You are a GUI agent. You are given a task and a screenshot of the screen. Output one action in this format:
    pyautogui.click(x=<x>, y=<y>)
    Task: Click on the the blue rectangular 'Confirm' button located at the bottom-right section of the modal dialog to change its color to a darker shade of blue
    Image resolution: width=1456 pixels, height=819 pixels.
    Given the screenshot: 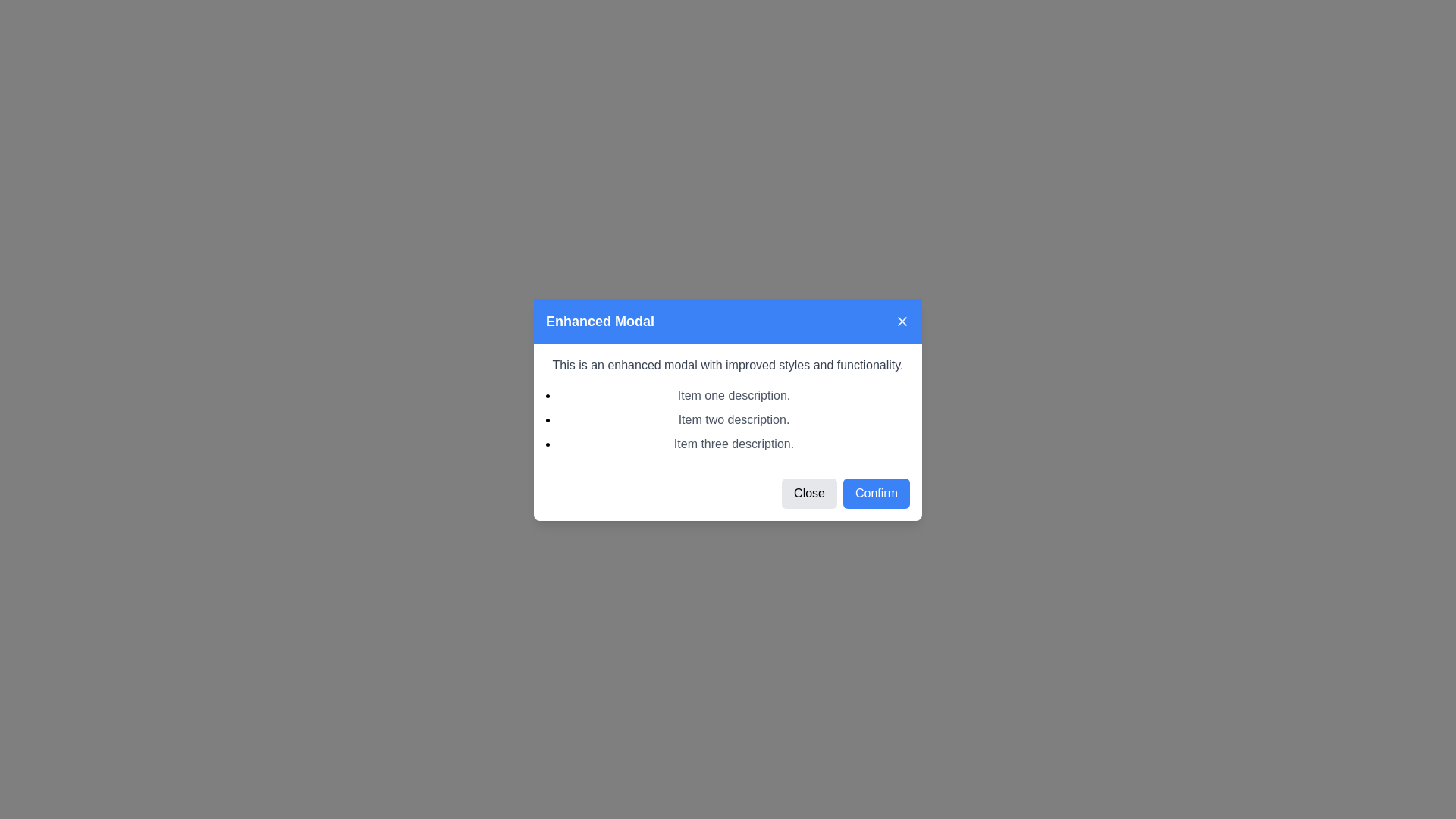 What is the action you would take?
    pyautogui.click(x=877, y=493)
    